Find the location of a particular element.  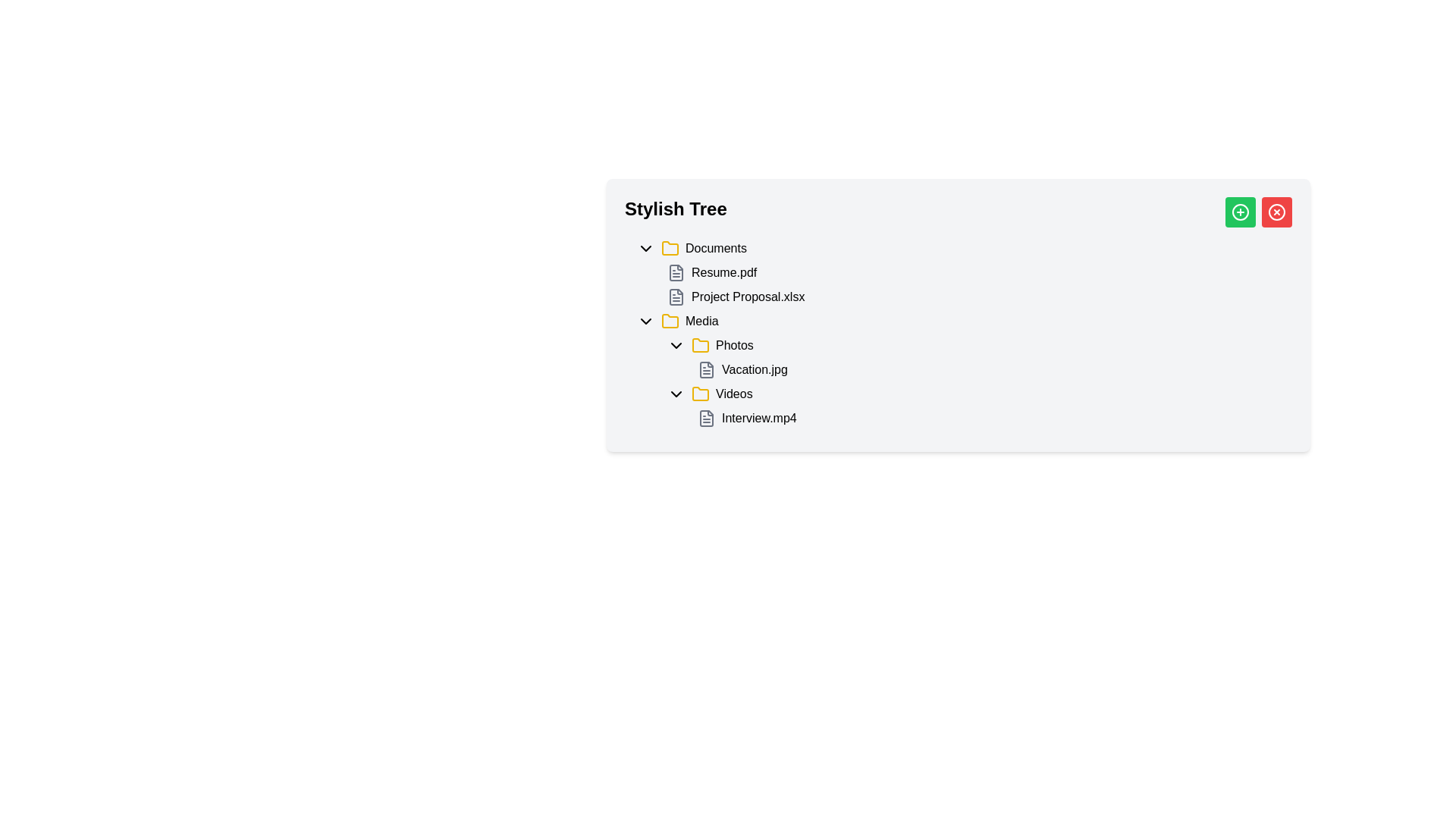

the document icon representing 'Resume.pdf', which is the first icon to the left of the text in the expandable tree under the 'Documents' group is located at coordinates (676, 271).